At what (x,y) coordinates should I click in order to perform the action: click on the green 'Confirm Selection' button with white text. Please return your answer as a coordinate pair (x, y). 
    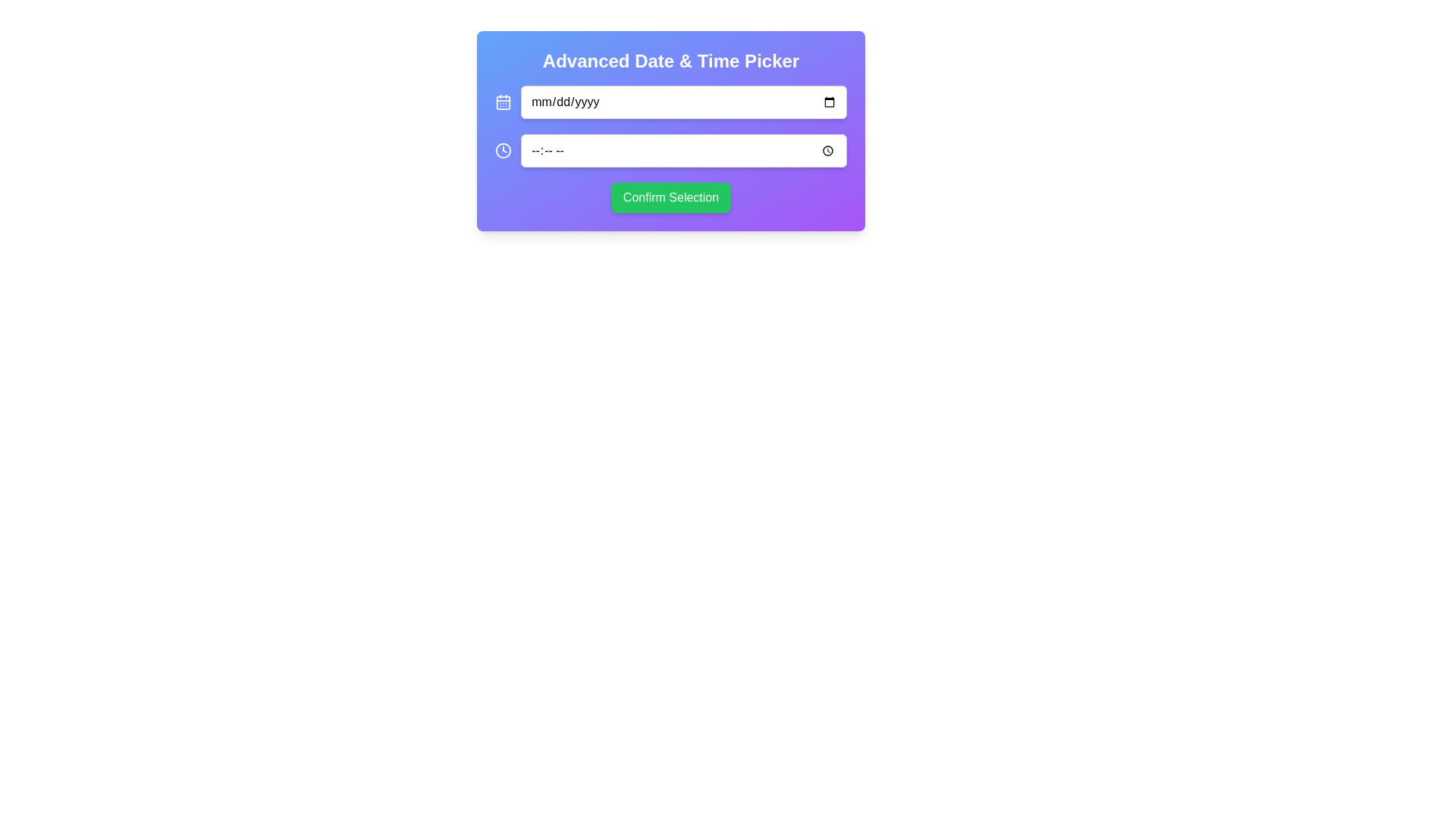
    Looking at the image, I should click on (670, 197).